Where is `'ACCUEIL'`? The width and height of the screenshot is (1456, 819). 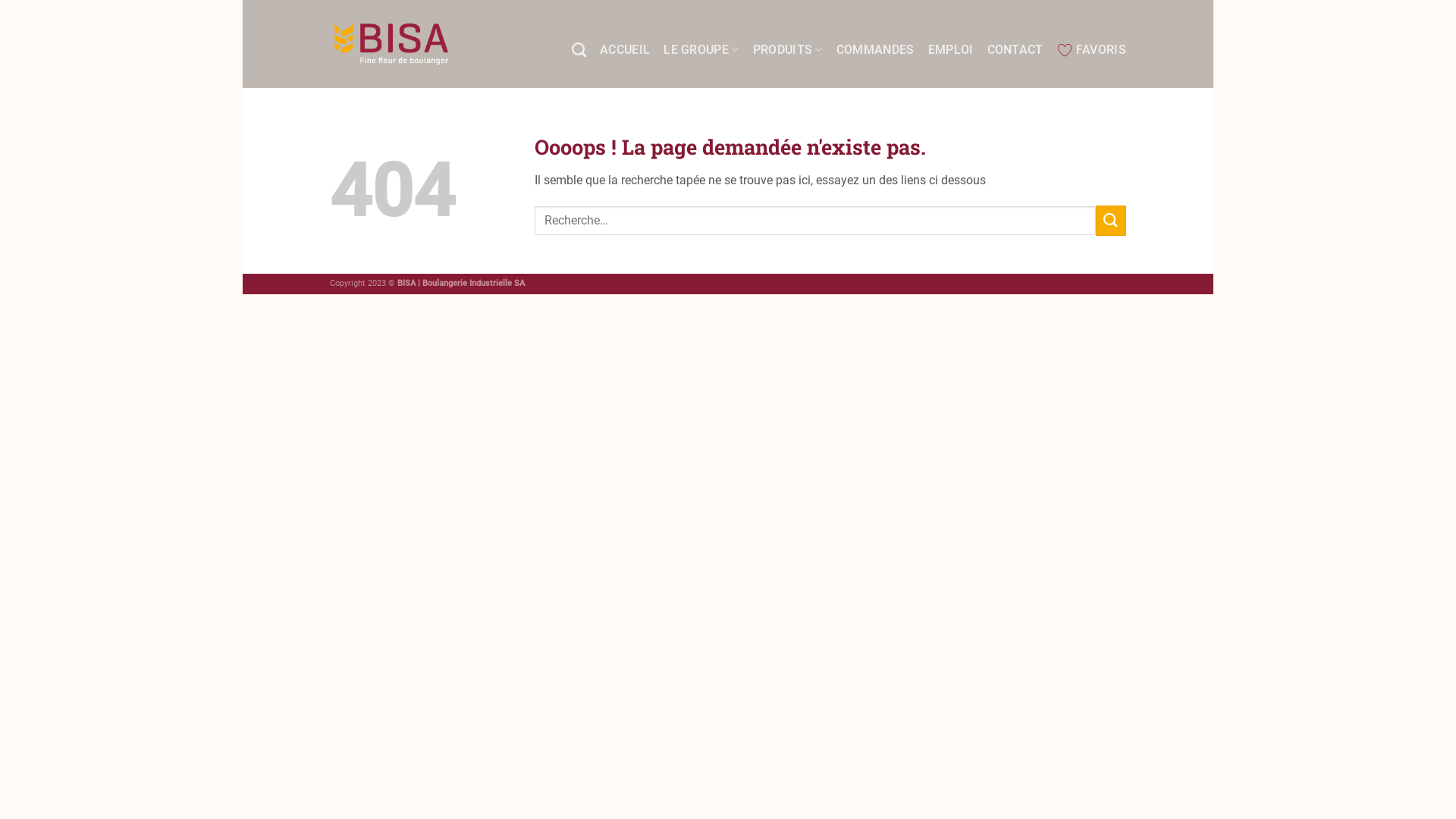 'ACCUEIL' is located at coordinates (625, 49).